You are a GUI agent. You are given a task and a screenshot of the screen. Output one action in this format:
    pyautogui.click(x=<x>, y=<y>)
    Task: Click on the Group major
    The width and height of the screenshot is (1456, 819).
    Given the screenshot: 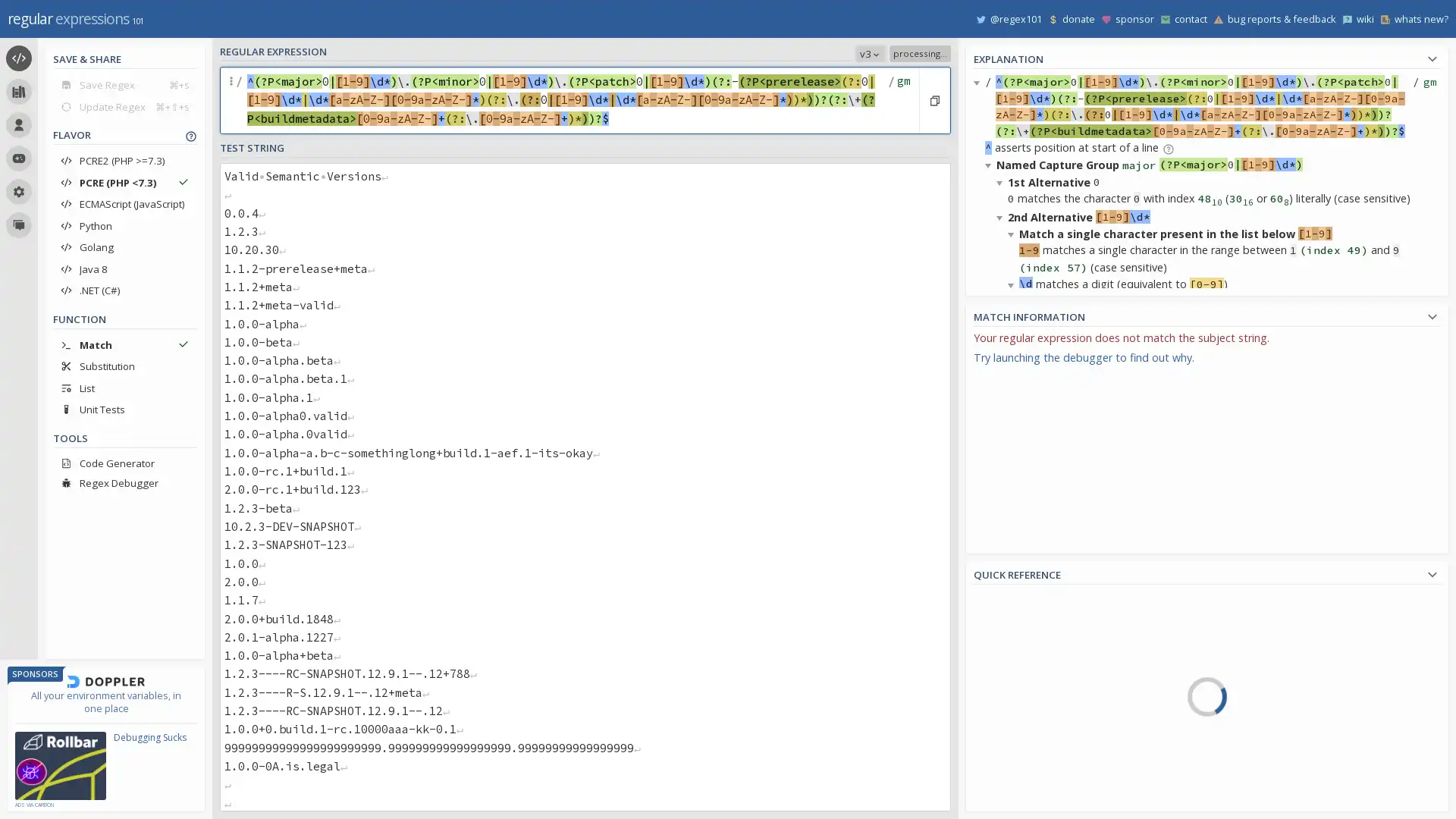 What is the action you would take?
    pyautogui.click(x=1014, y=375)
    